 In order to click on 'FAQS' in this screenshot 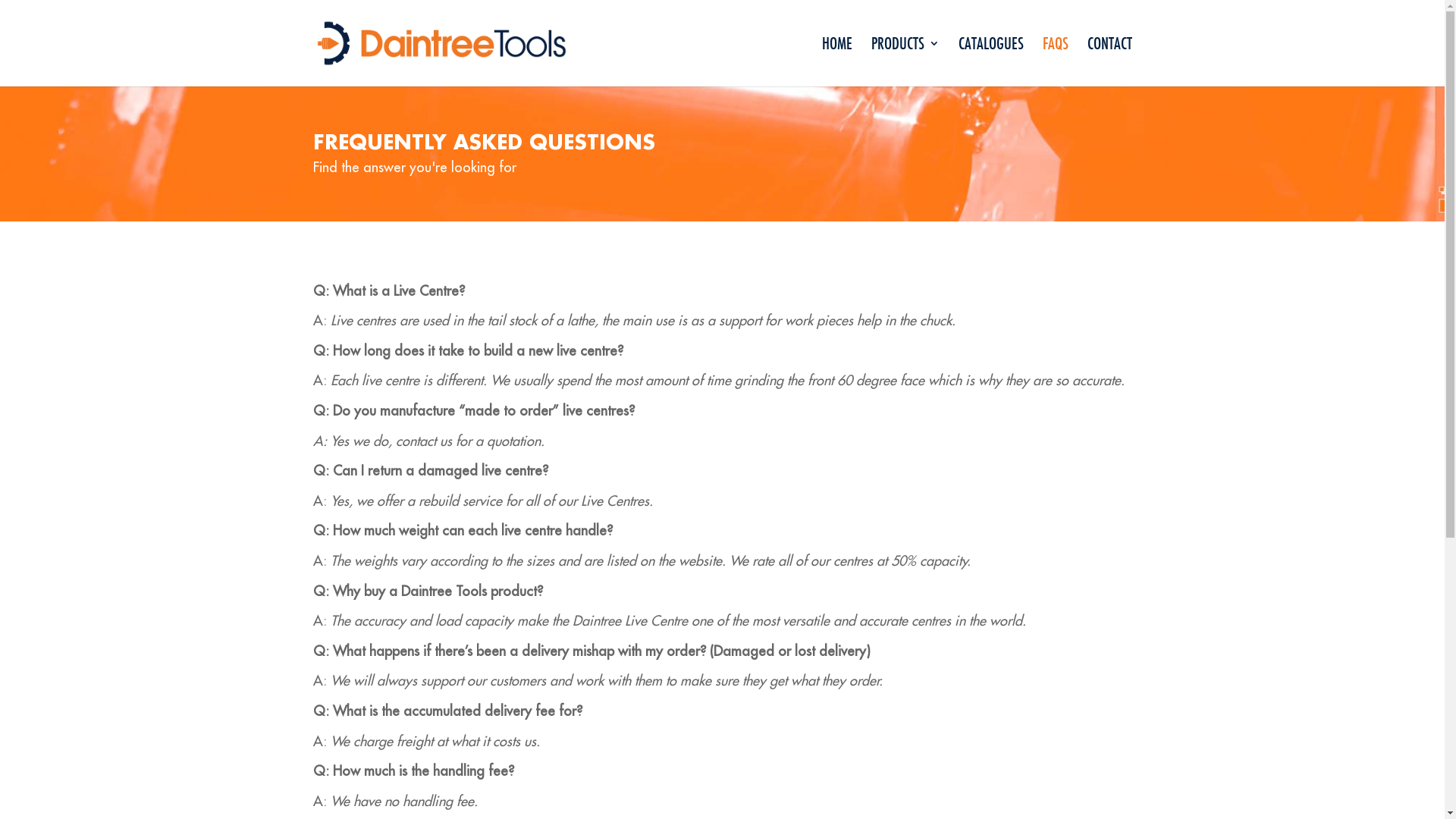, I will do `click(1054, 61)`.